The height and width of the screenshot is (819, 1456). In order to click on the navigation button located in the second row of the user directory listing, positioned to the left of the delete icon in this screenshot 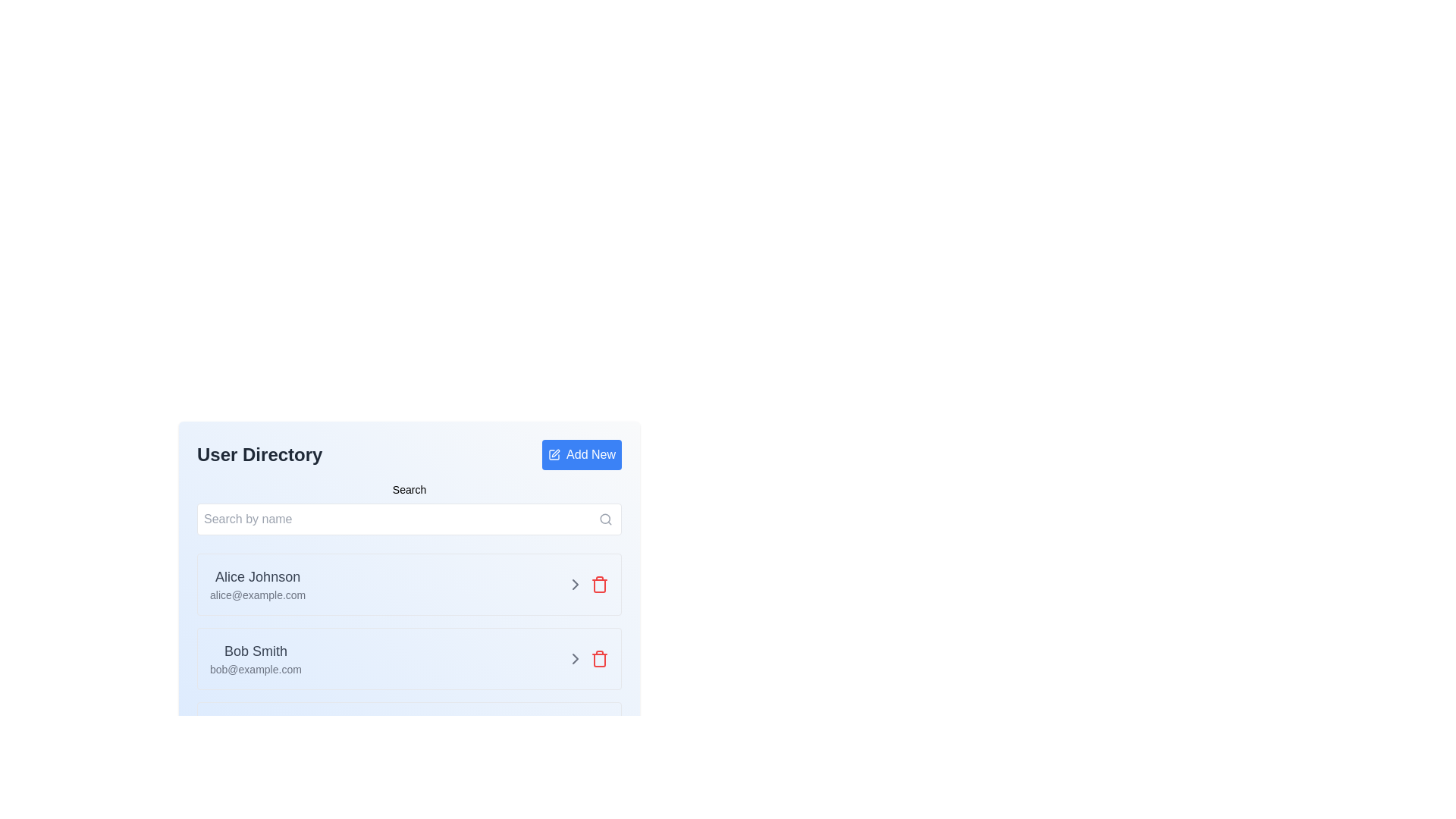, I will do `click(574, 584)`.